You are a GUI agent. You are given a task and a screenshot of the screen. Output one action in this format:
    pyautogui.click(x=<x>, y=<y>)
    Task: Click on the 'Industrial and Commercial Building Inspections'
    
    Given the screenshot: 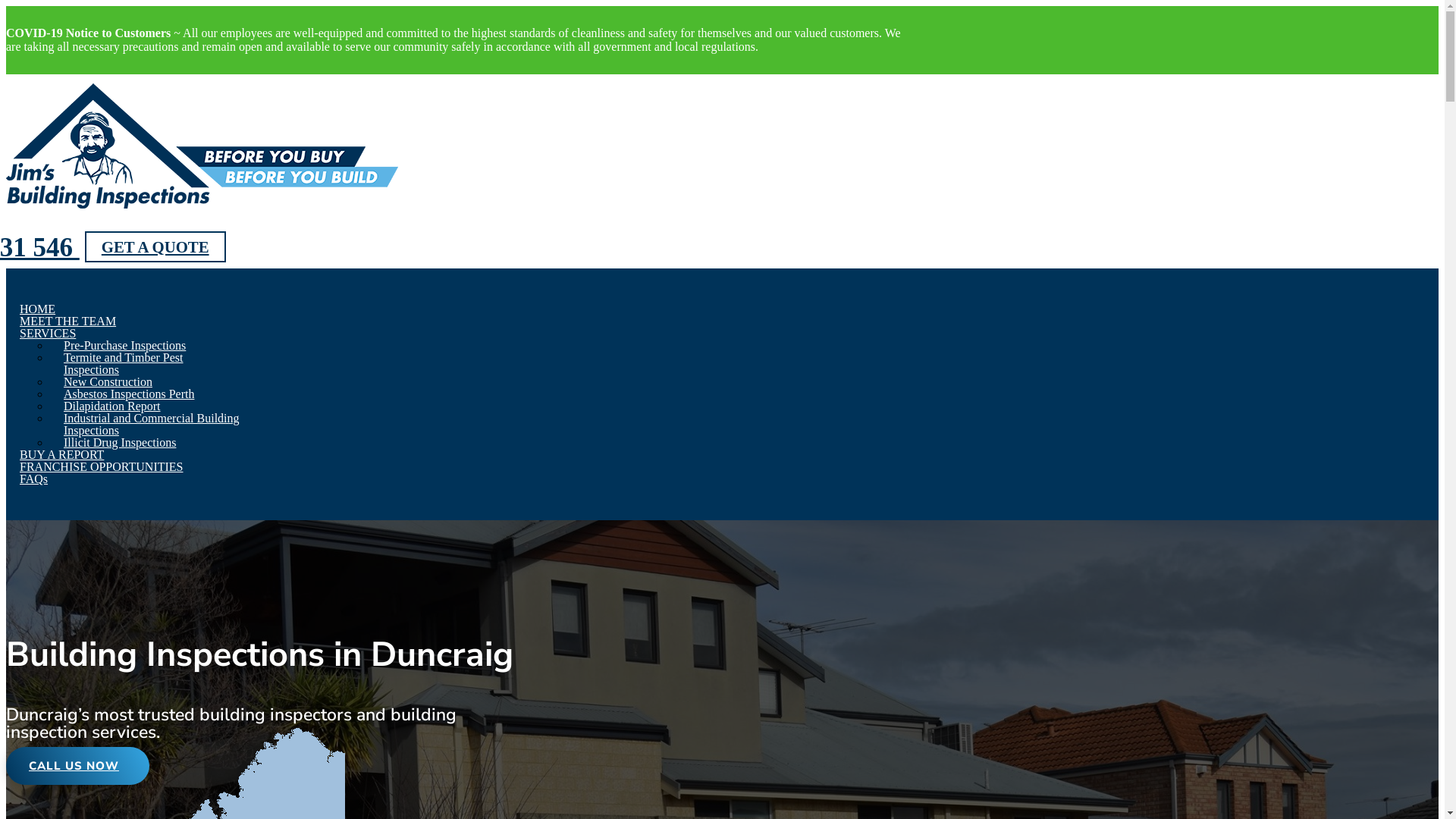 What is the action you would take?
    pyautogui.click(x=62, y=424)
    